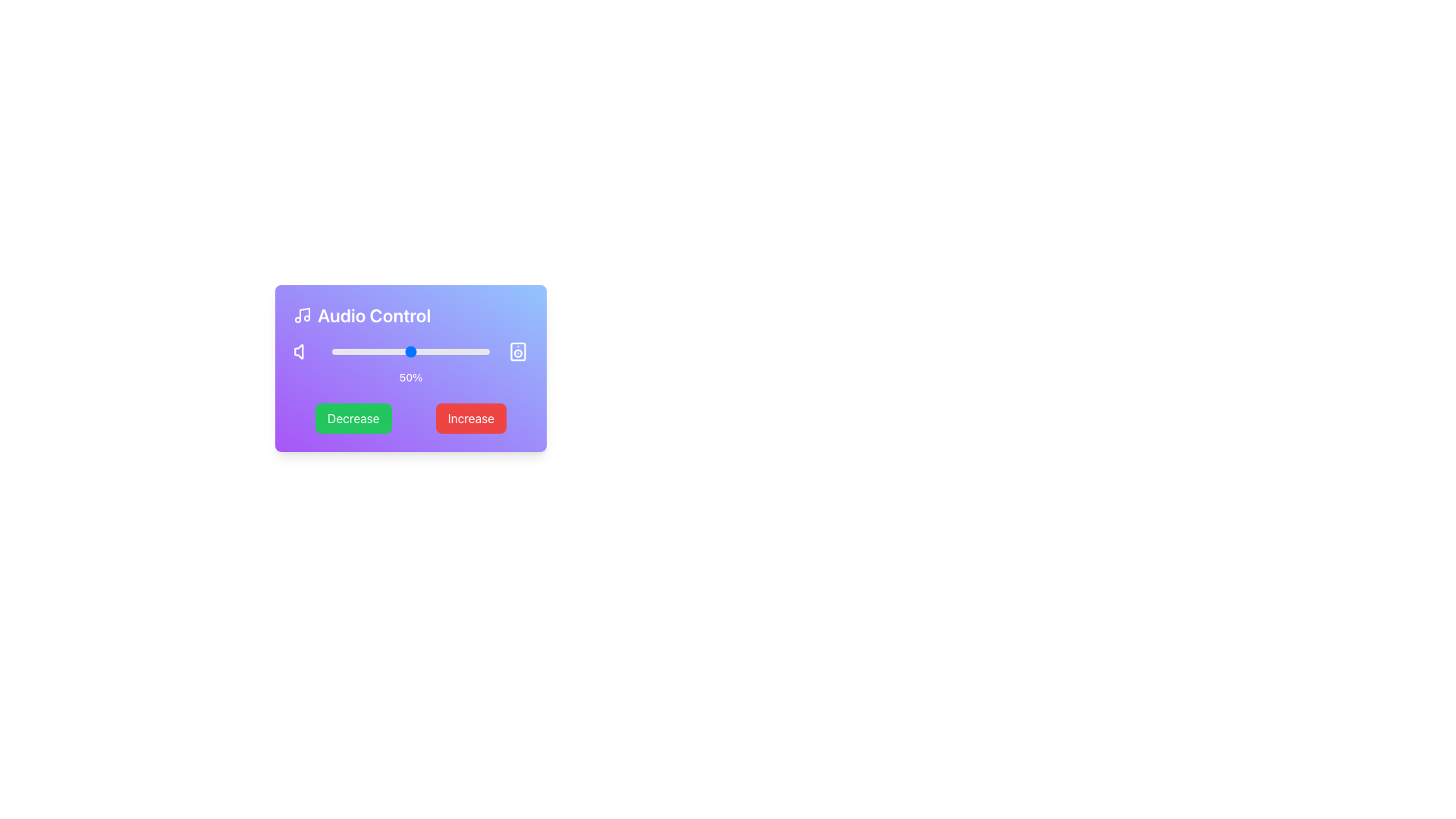 This screenshot has height=819, width=1456. What do you see at coordinates (417, 351) in the screenshot?
I see `volume` at bounding box center [417, 351].